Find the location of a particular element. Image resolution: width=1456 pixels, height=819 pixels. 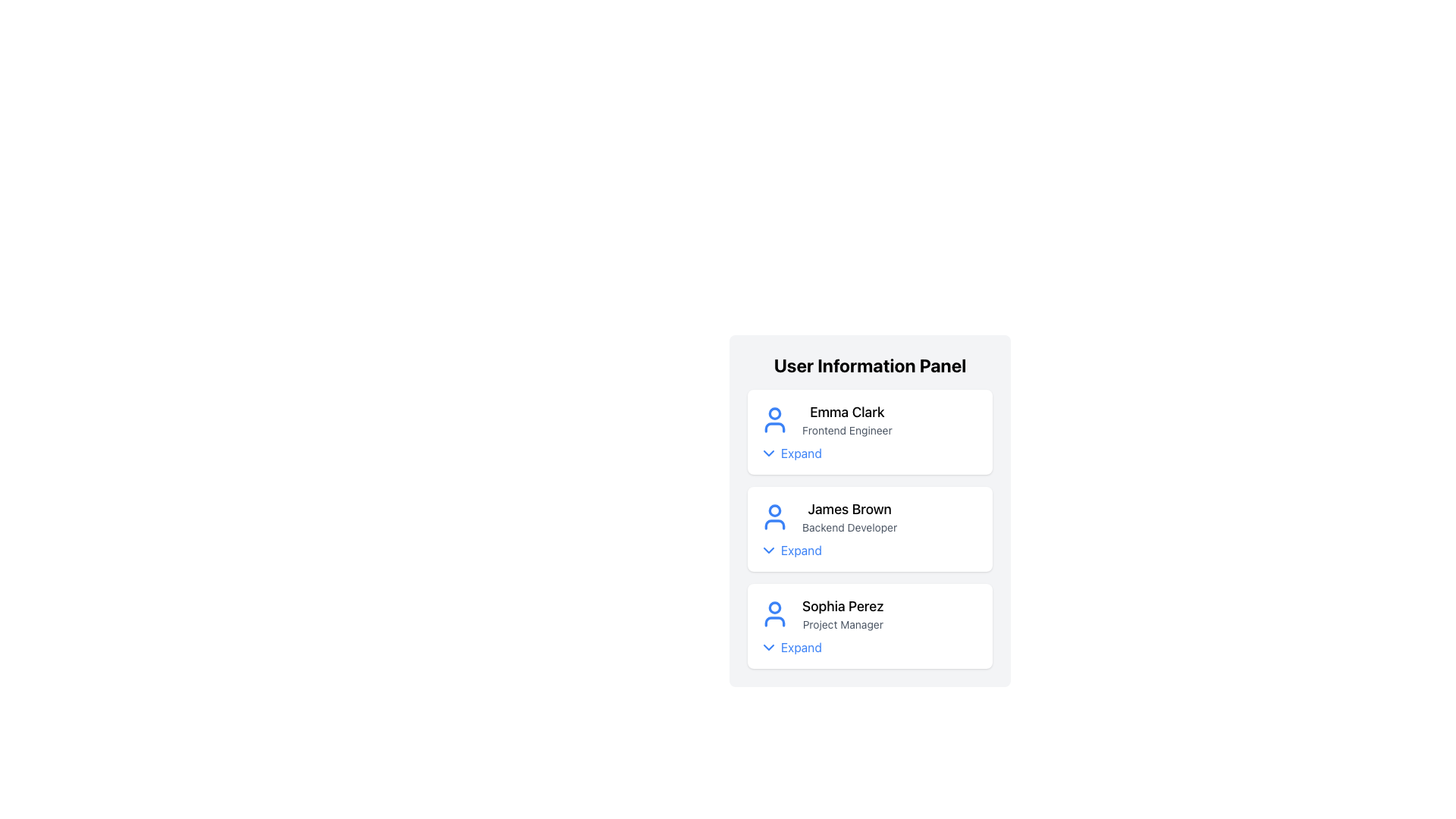

the label displaying 'James Brown', which is the name label for the second user card in the User Information Panel, positioned above the text 'Backend Developer' is located at coordinates (849, 509).